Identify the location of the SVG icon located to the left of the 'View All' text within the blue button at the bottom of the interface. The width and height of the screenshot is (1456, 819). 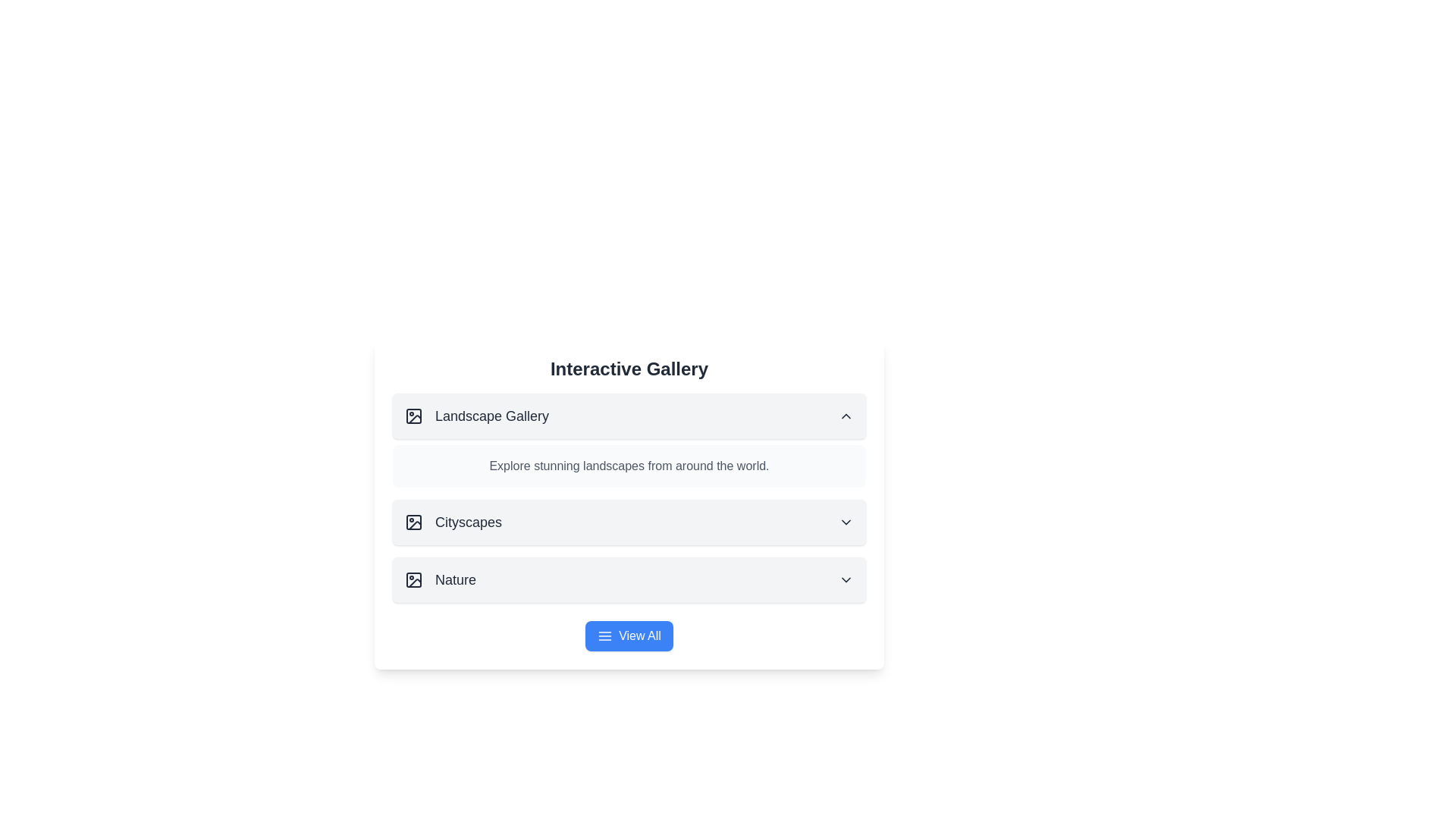
(604, 636).